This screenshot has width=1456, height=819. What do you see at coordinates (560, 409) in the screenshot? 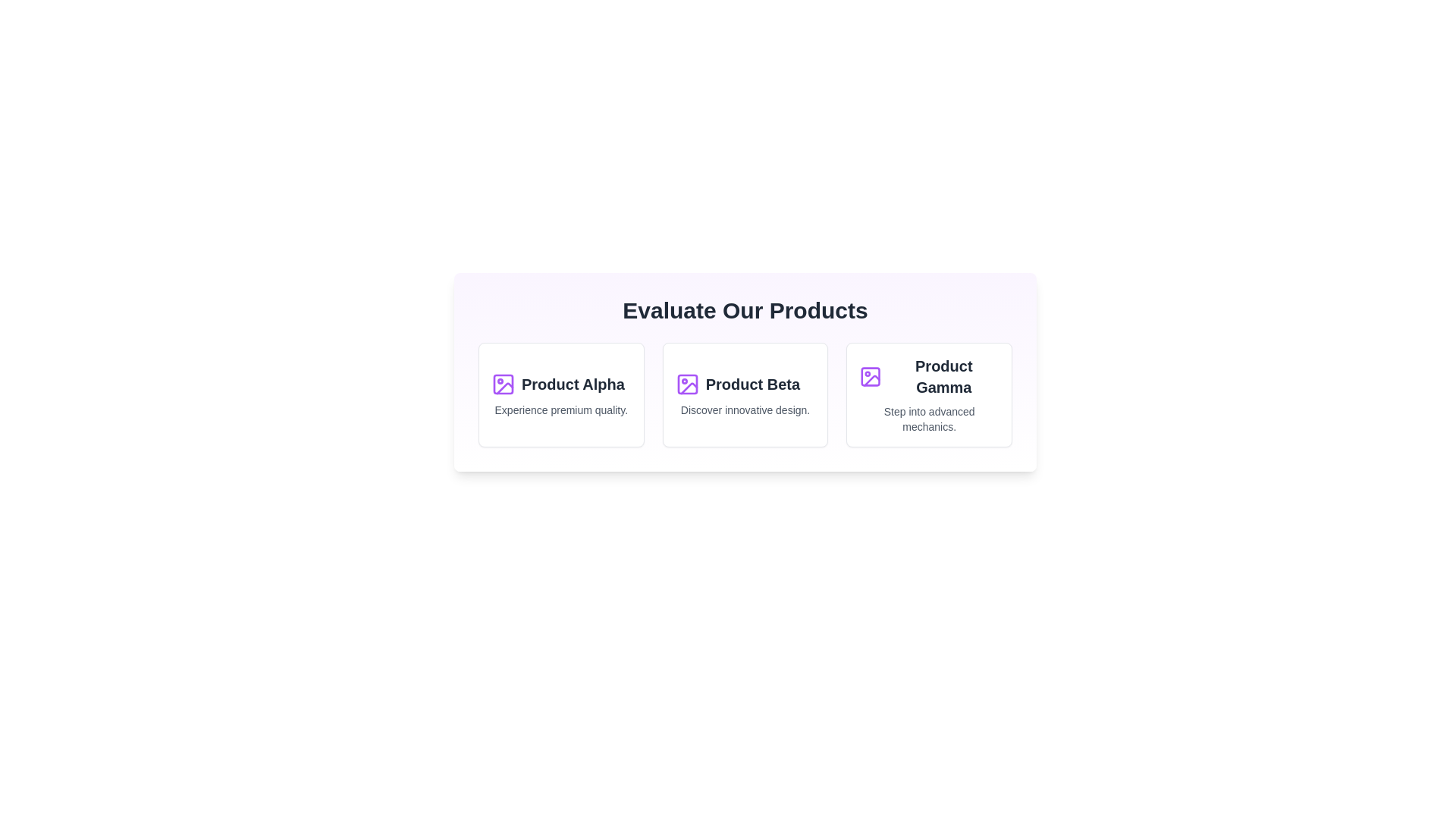
I see `the static text label that reads 'Experience premium quality.' which is located at the bottom of the 'Product Alpha' card, directly beneath the title and centered horizontally` at bounding box center [560, 409].